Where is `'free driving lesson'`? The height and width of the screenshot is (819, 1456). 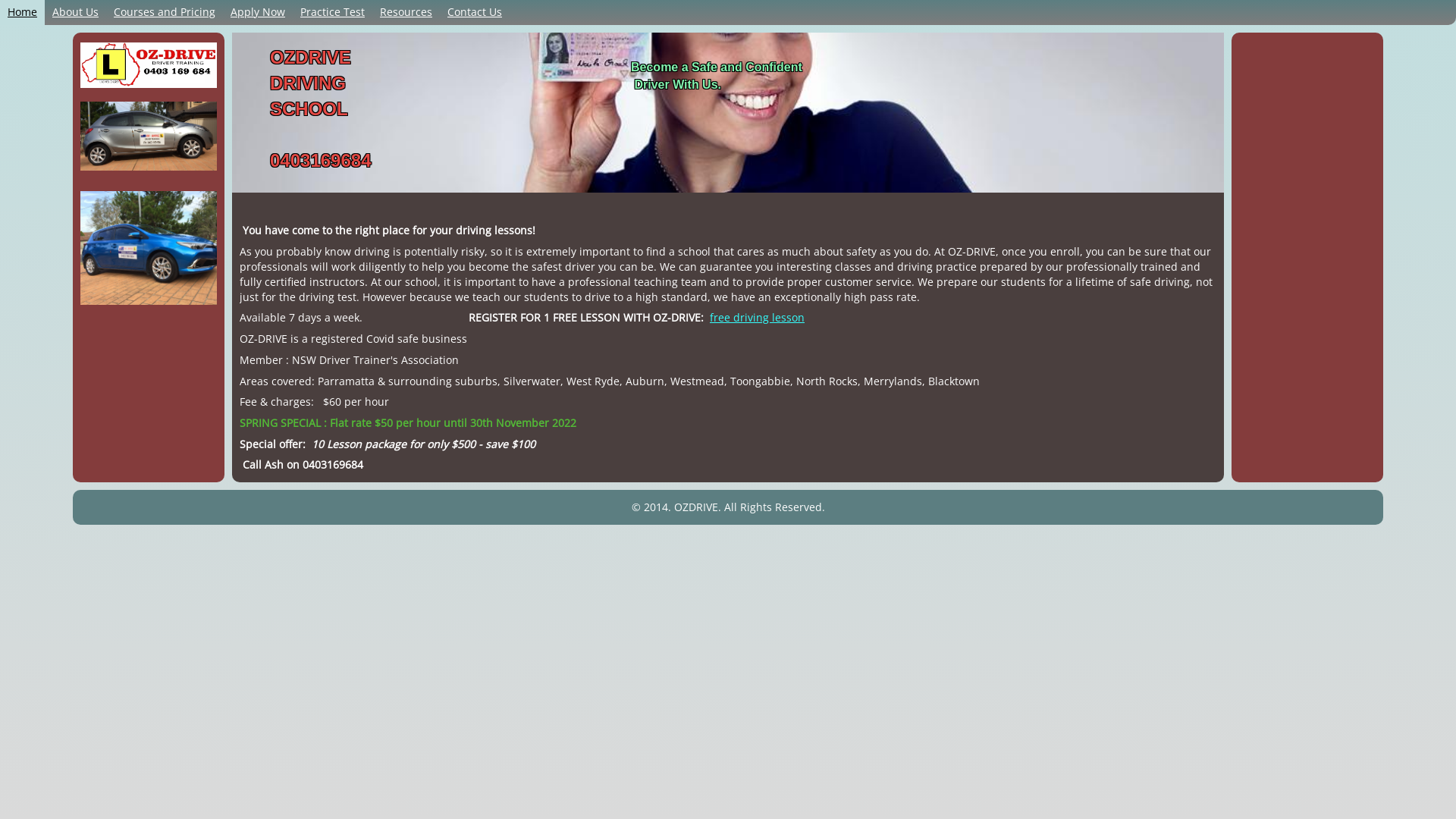 'free driving lesson' is located at coordinates (757, 316).